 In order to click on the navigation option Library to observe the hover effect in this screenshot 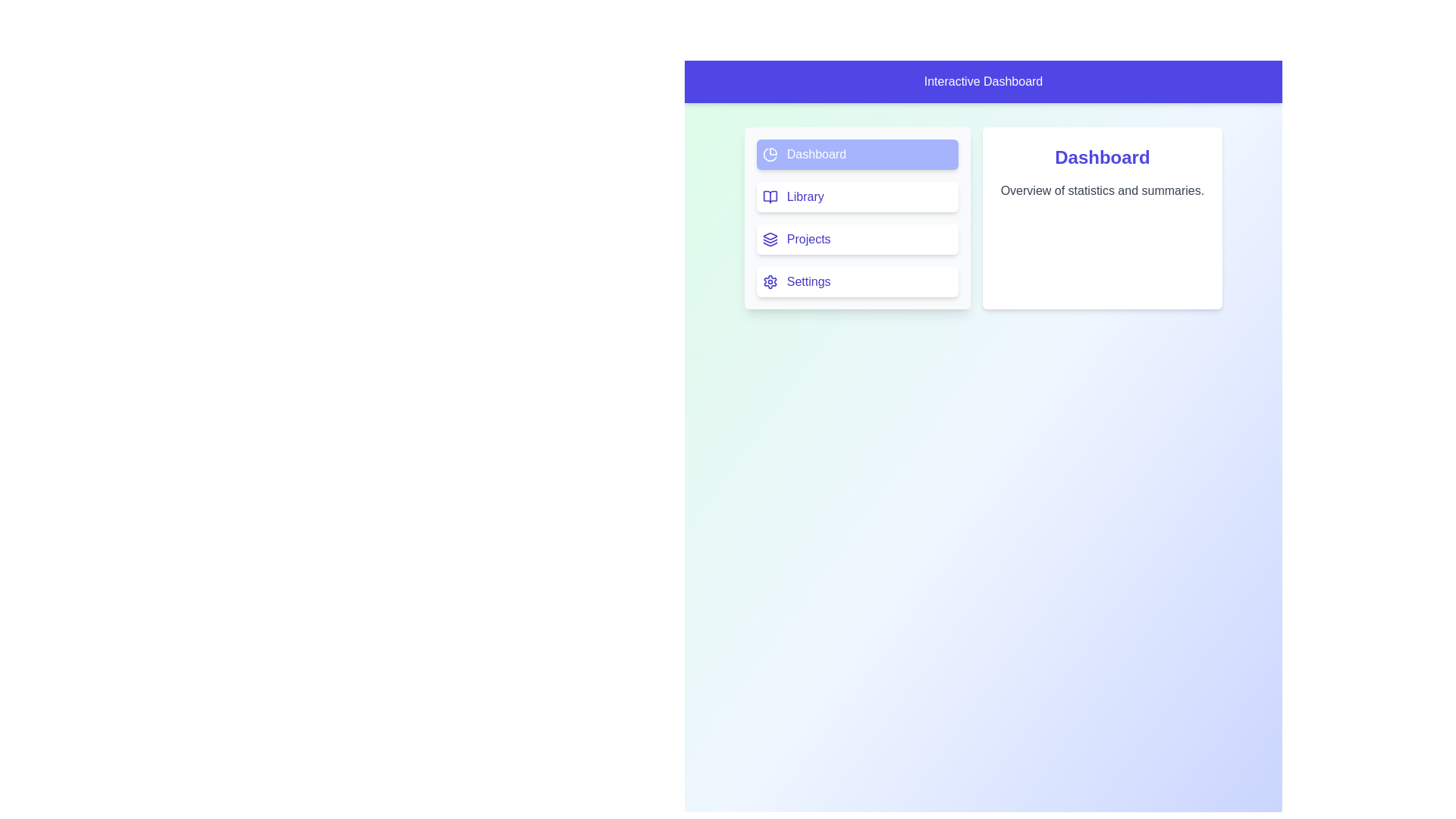, I will do `click(856, 196)`.